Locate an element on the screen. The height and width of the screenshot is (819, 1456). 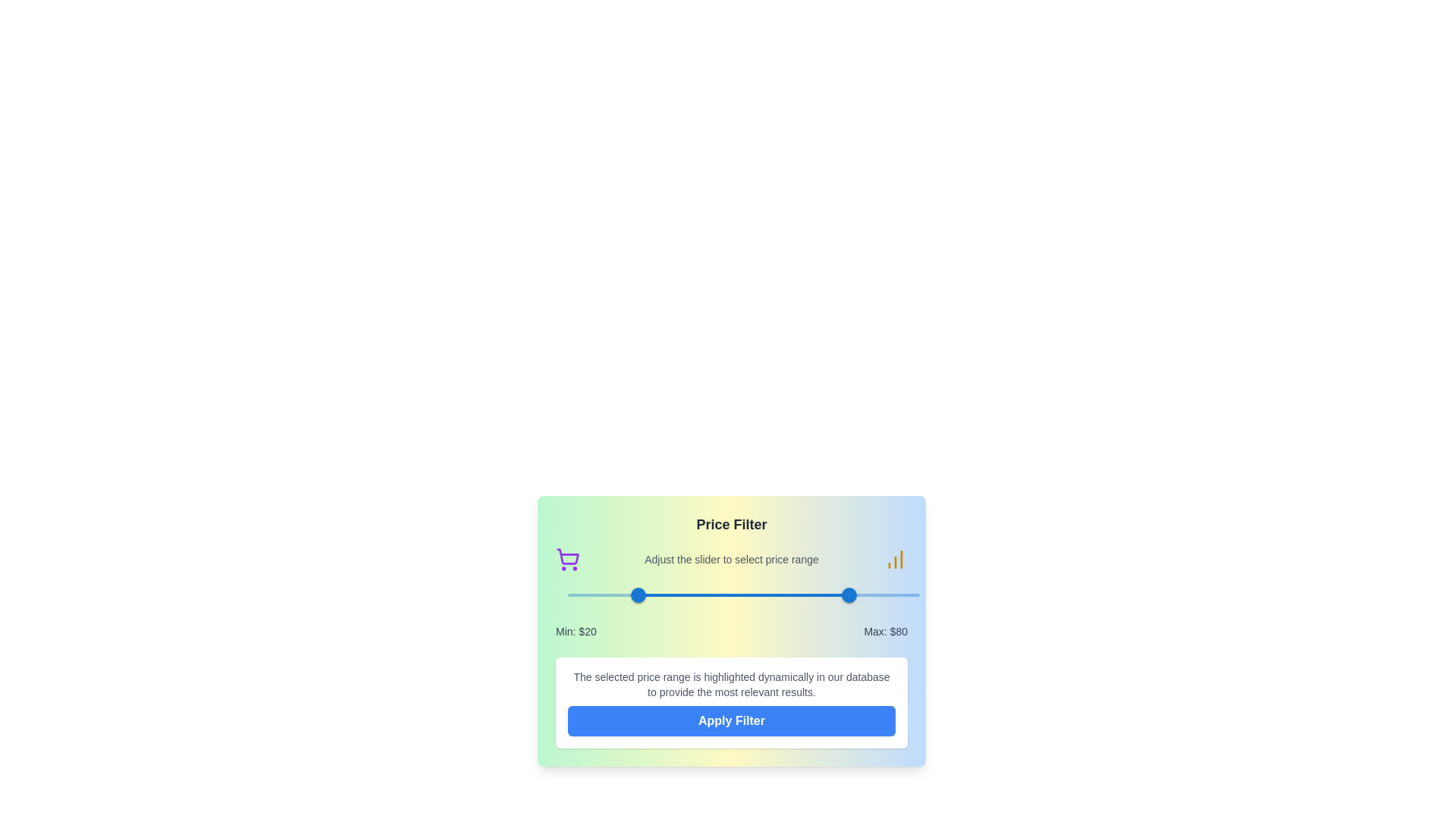
descriptive text located at the bottom of the 'Price Filter' card component, which includes a confirmation button for applying filter settings is located at coordinates (731, 702).